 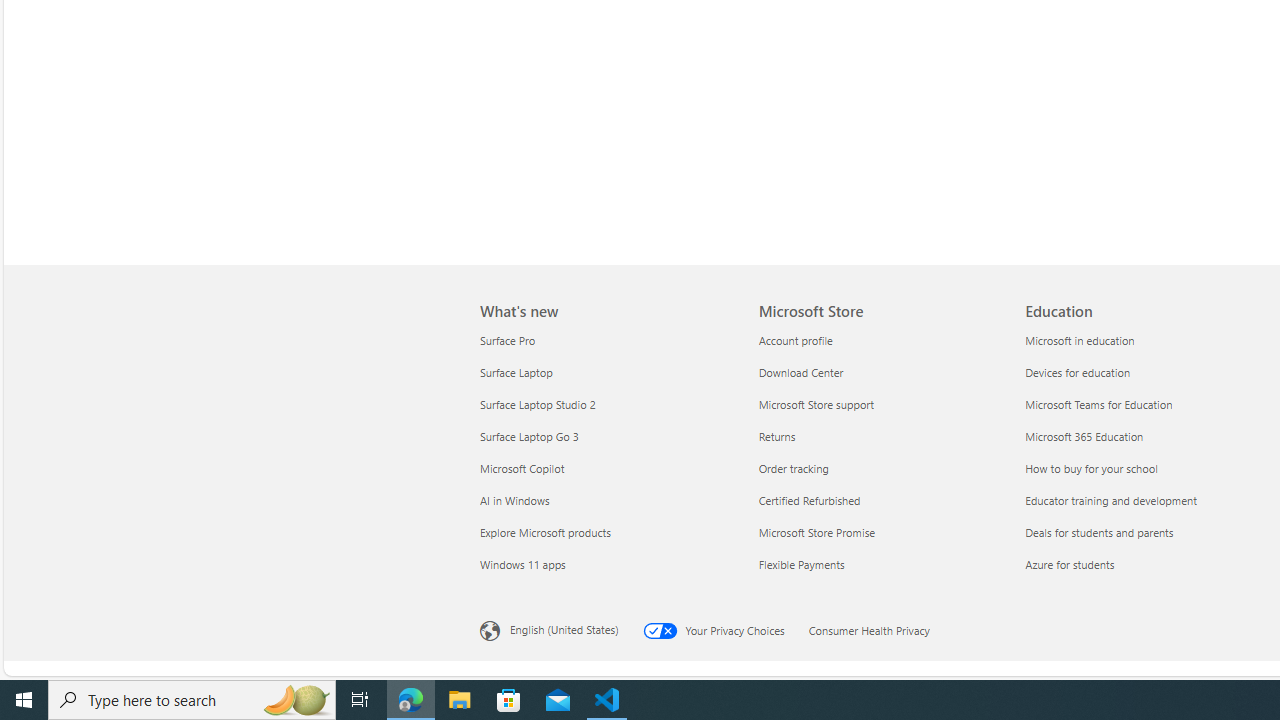 What do you see at coordinates (775, 434) in the screenshot?
I see `'Returns Microsoft Store'` at bounding box center [775, 434].